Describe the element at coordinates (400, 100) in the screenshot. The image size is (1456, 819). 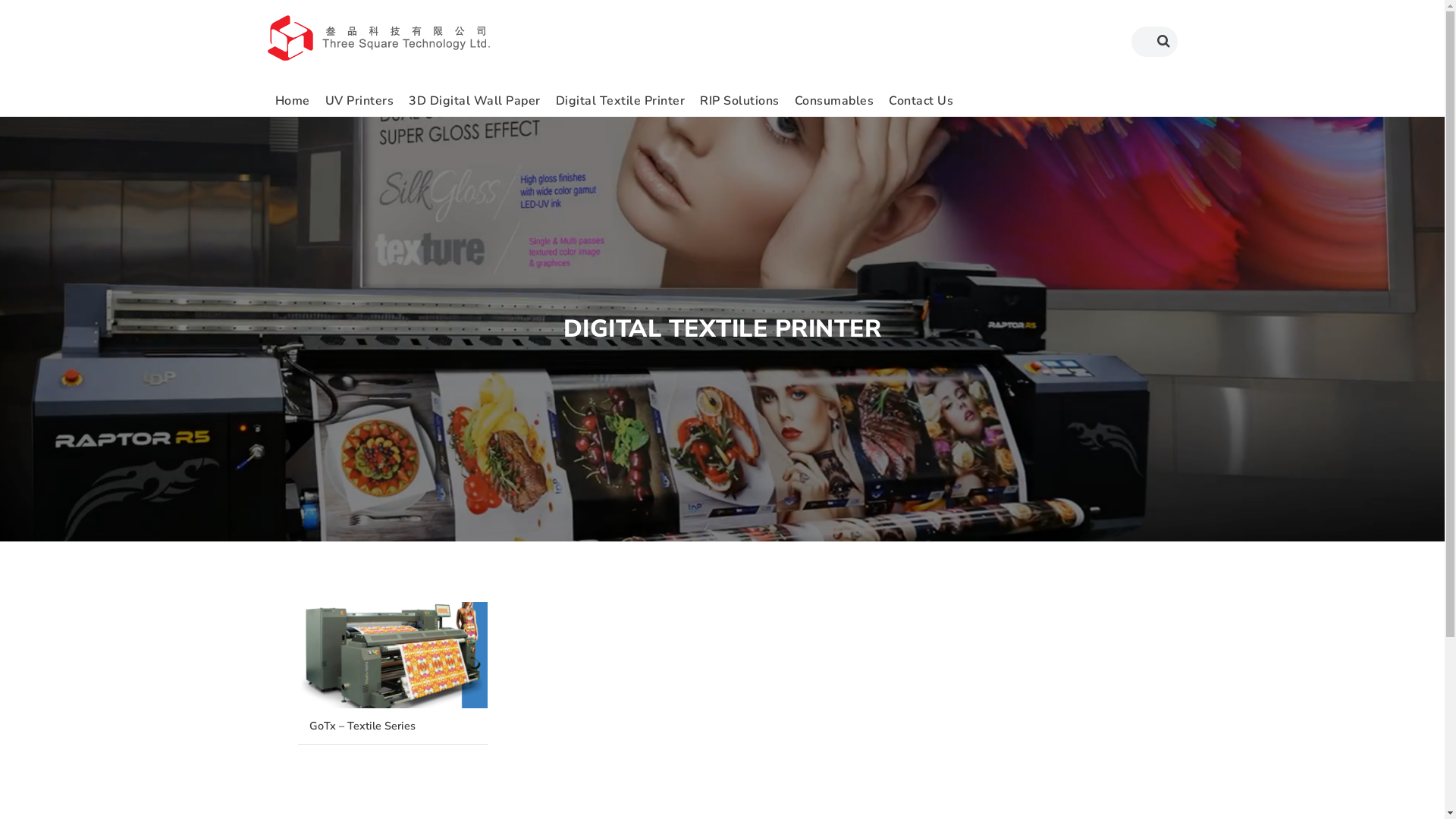
I see `'3D Digital Wall Paper'` at that location.